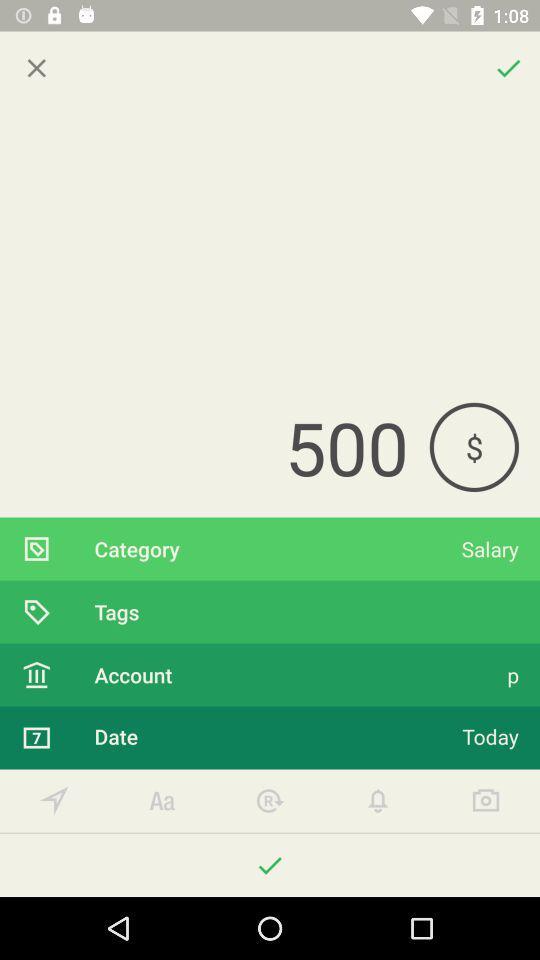 This screenshot has width=540, height=960. Describe the element at coordinates (378, 801) in the screenshot. I see `turn on notifications for credit account` at that location.